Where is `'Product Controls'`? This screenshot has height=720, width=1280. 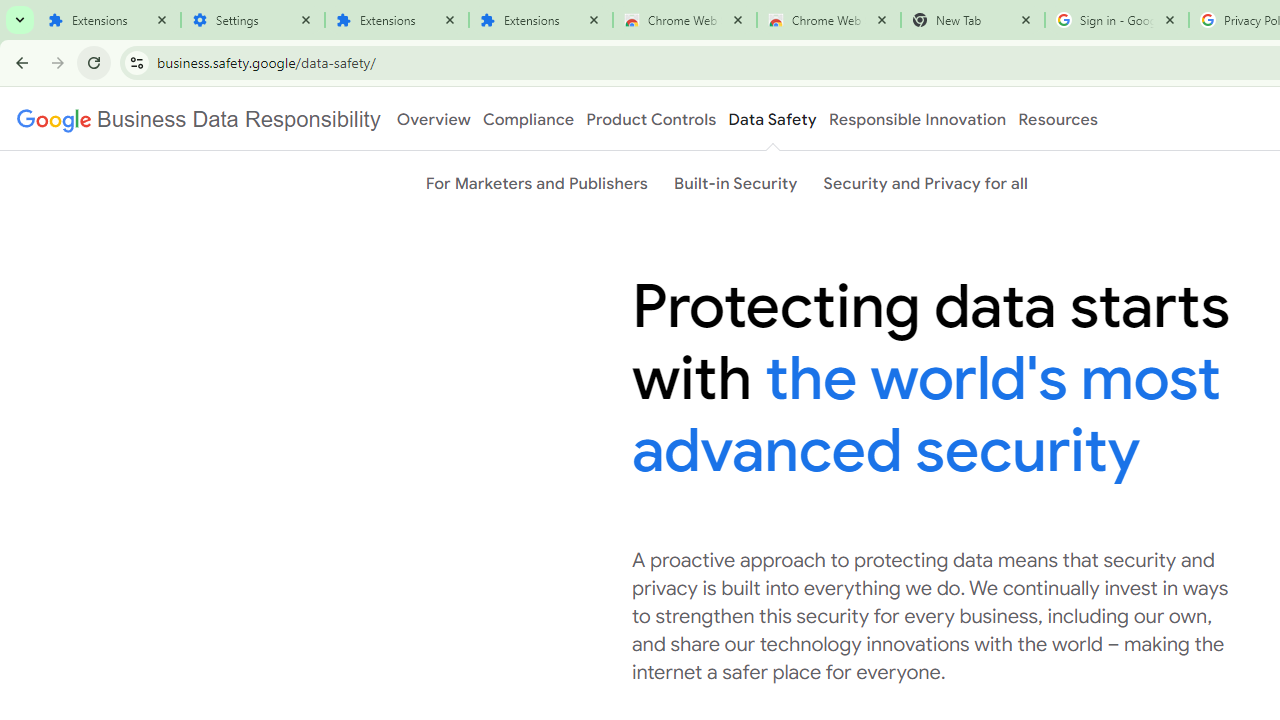
'Product Controls' is located at coordinates (651, 119).